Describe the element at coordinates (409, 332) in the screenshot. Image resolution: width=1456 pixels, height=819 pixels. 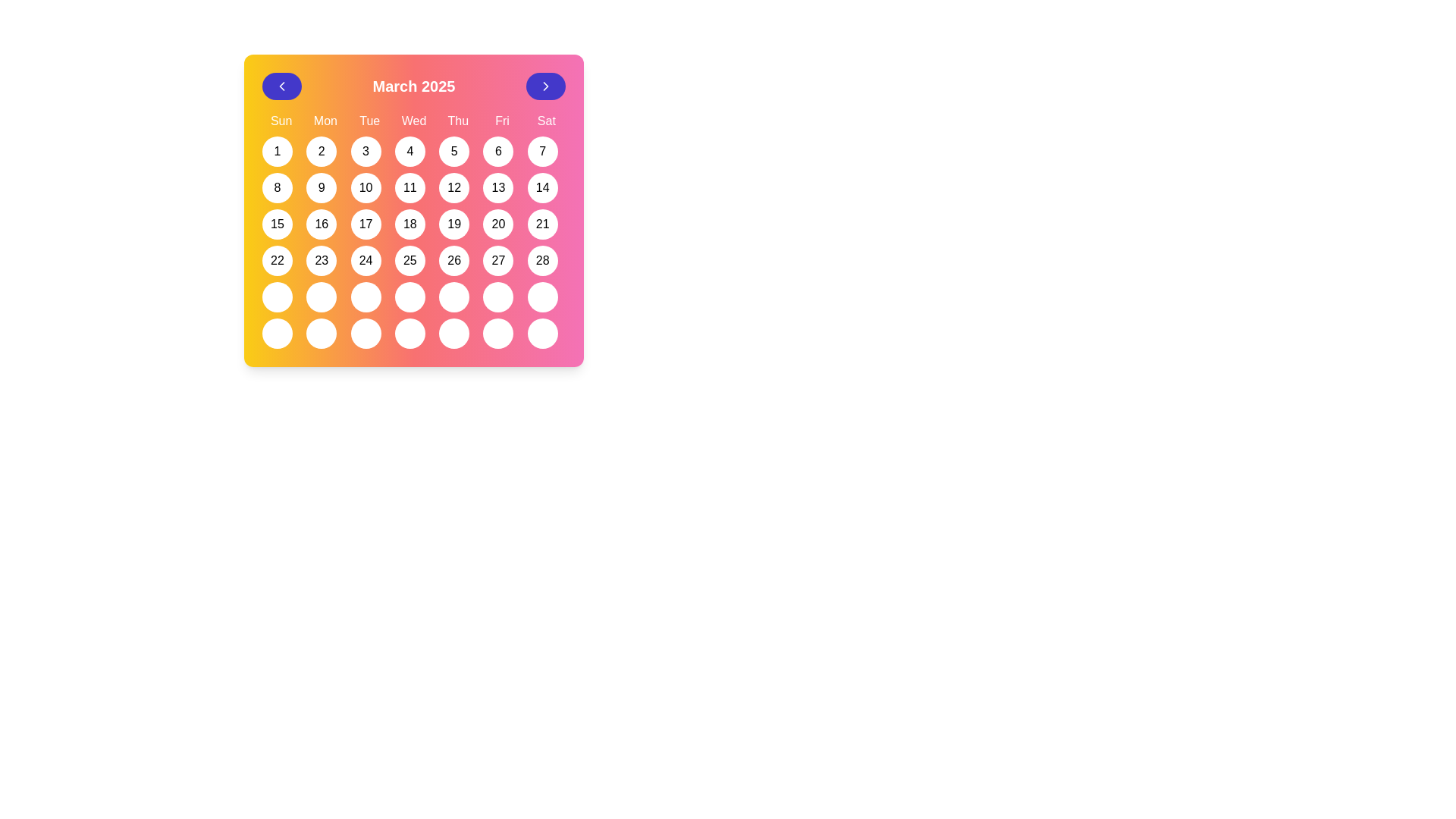
I see `the circular button with a white background located in the bottom-most row of the calendar grid, fourth from the left` at that location.